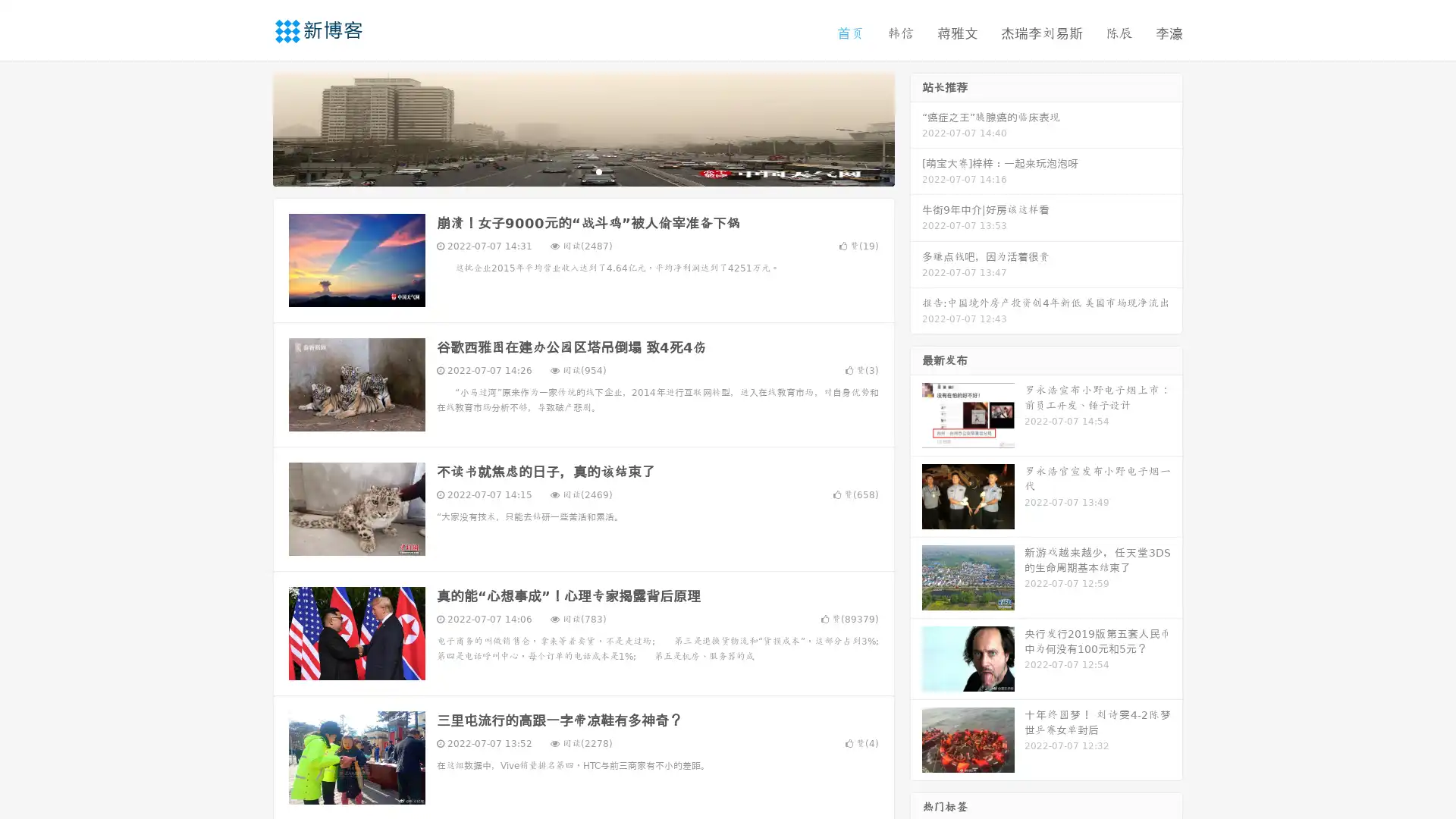  I want to click on Go to slide 3, so click(598, 171).